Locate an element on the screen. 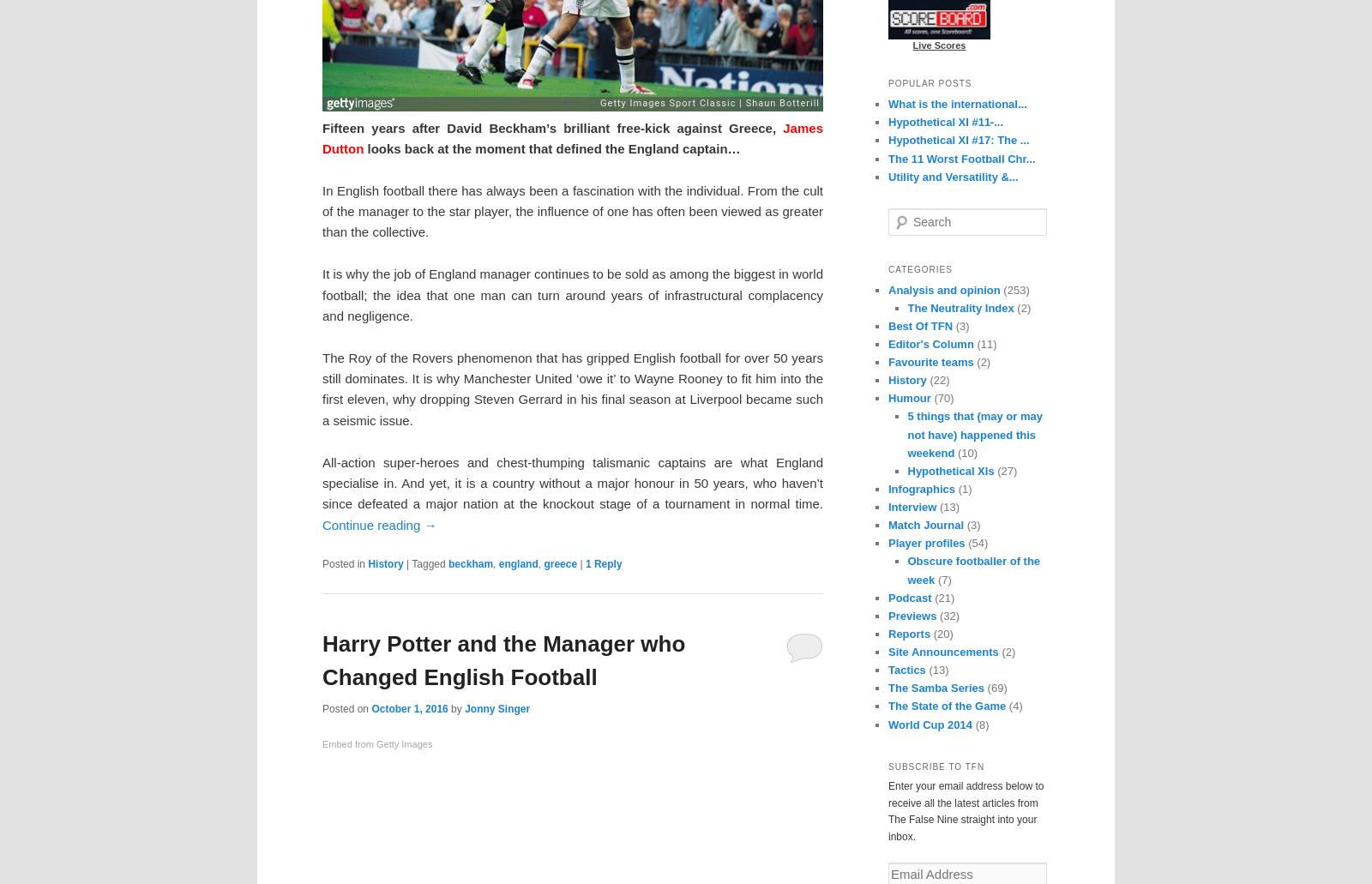 The height and width of the screenshot is (884, 1372). '(27)' is located at coordinates (1005, 469).